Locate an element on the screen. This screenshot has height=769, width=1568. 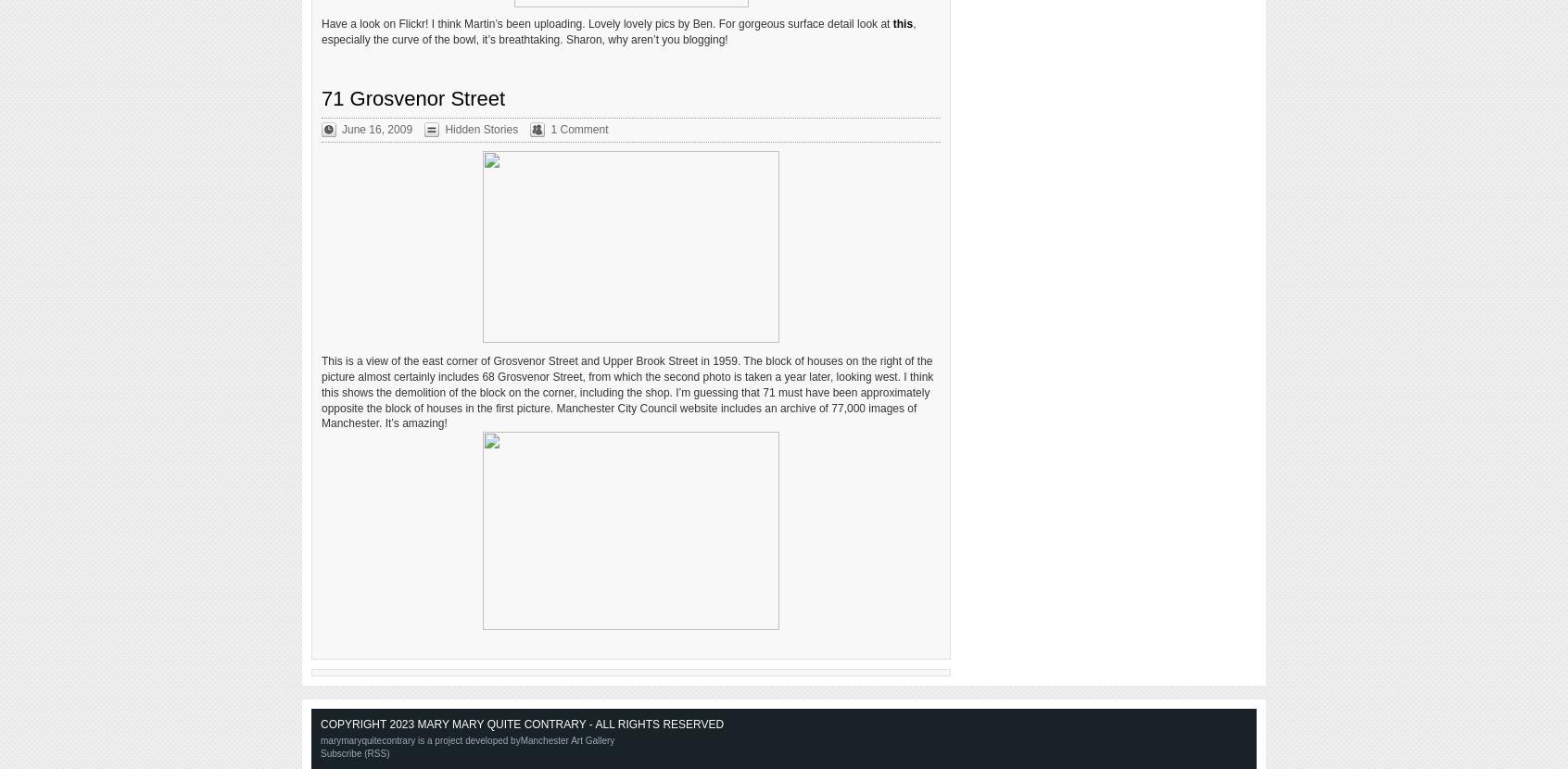
'this' is located at coordinates (891, 23).